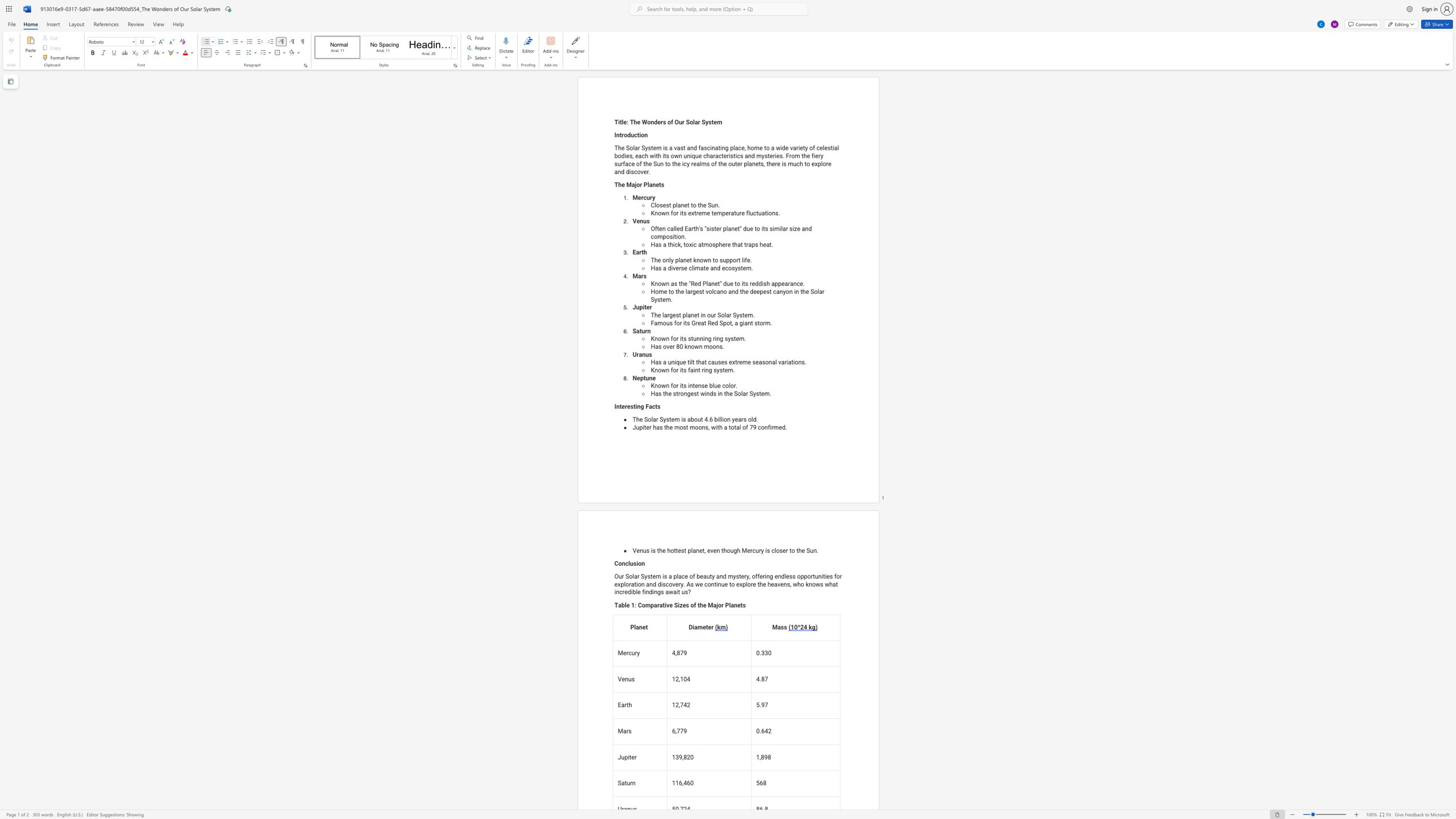 This screenshot has width=1456, height=819. What do you see at coordinates (730, 213) in the screenshot?
I see `the 3th character "r" in the text` at bounding box center [730, 213].